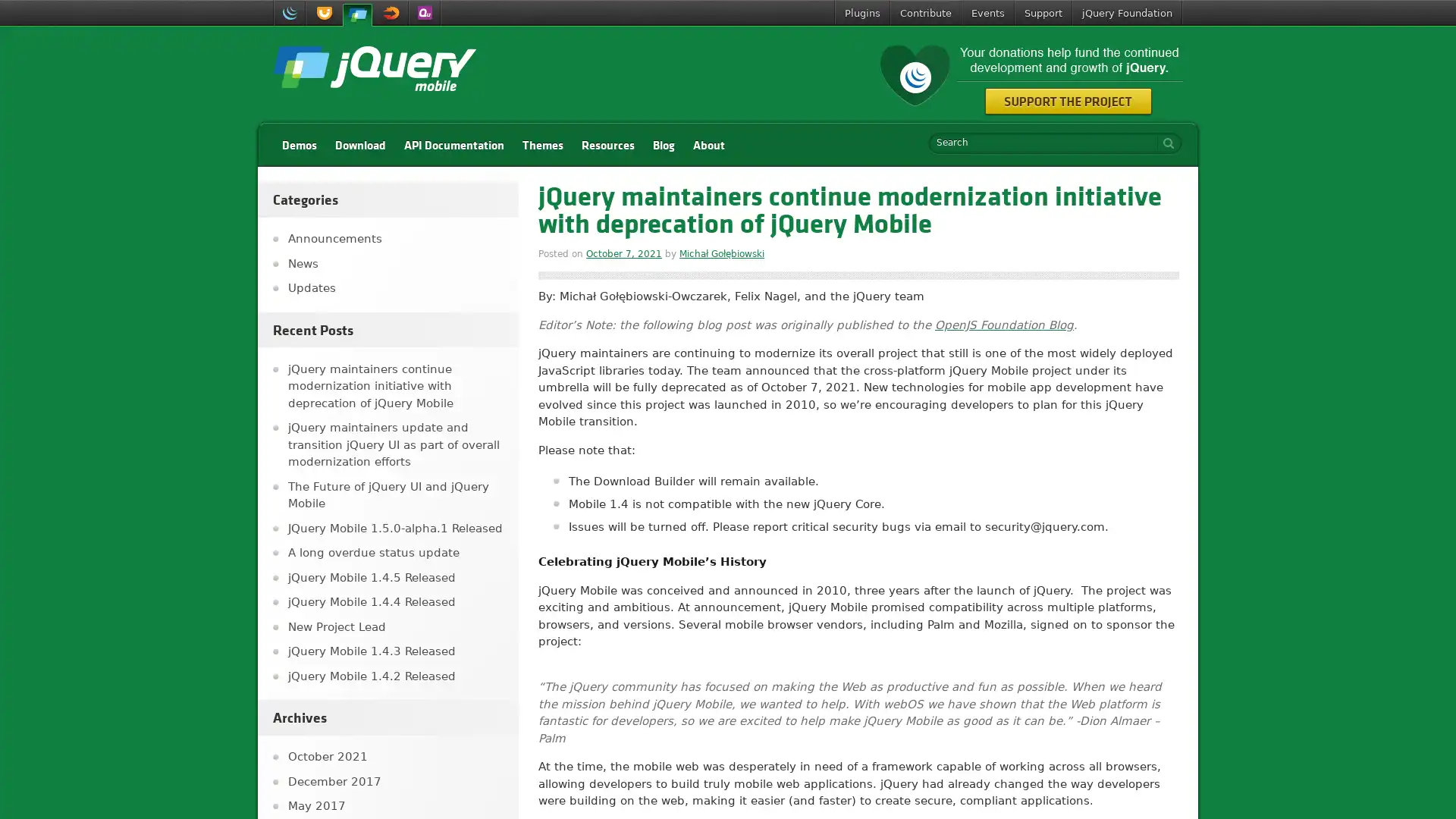  What do you see at coordinates (1164, 143) in the screenshot?
I see `search` at bounding box center [1164, 143].